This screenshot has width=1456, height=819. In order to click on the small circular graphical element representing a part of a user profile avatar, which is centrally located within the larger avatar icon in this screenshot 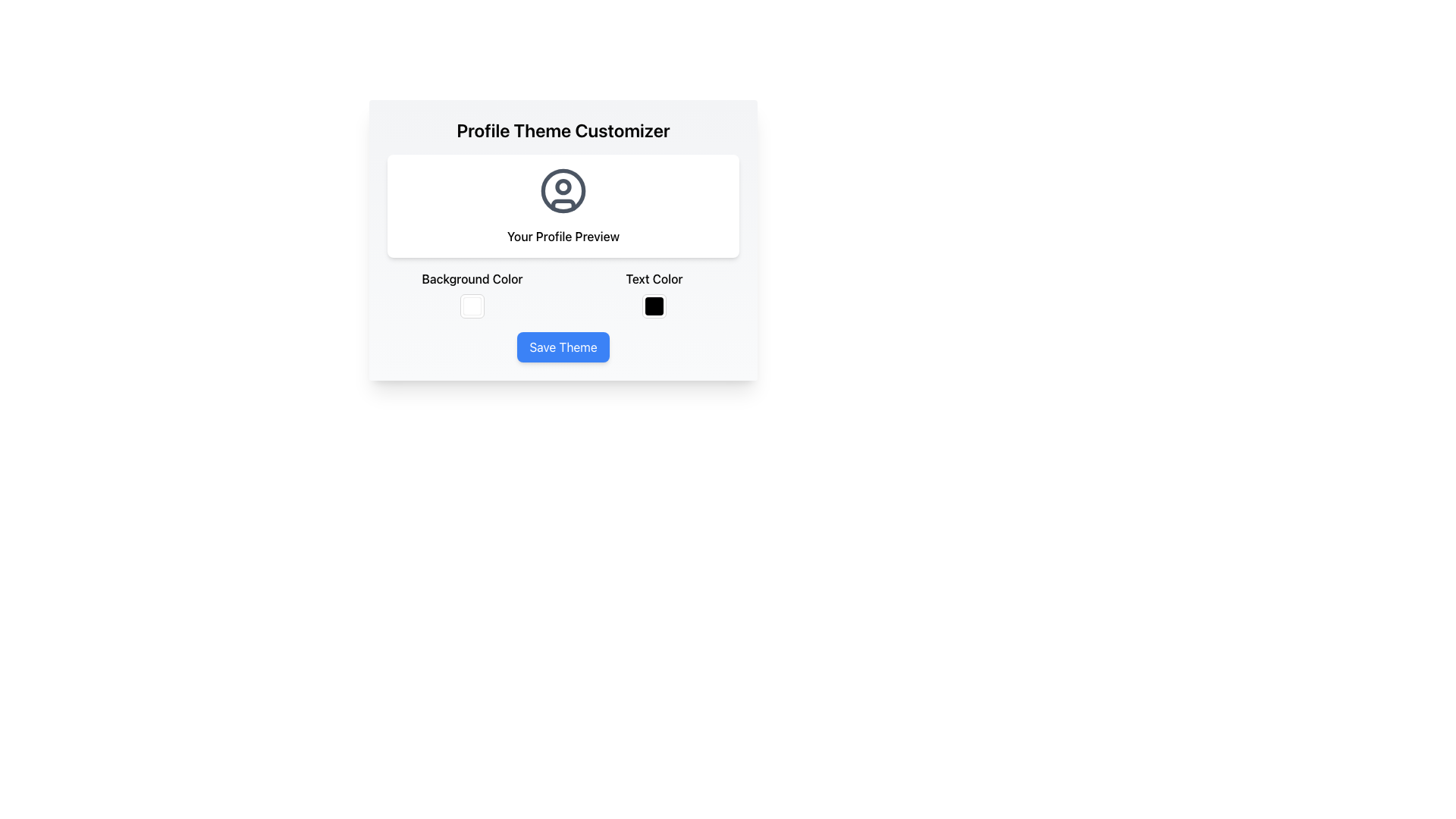, I will do `click(563, 186)`.